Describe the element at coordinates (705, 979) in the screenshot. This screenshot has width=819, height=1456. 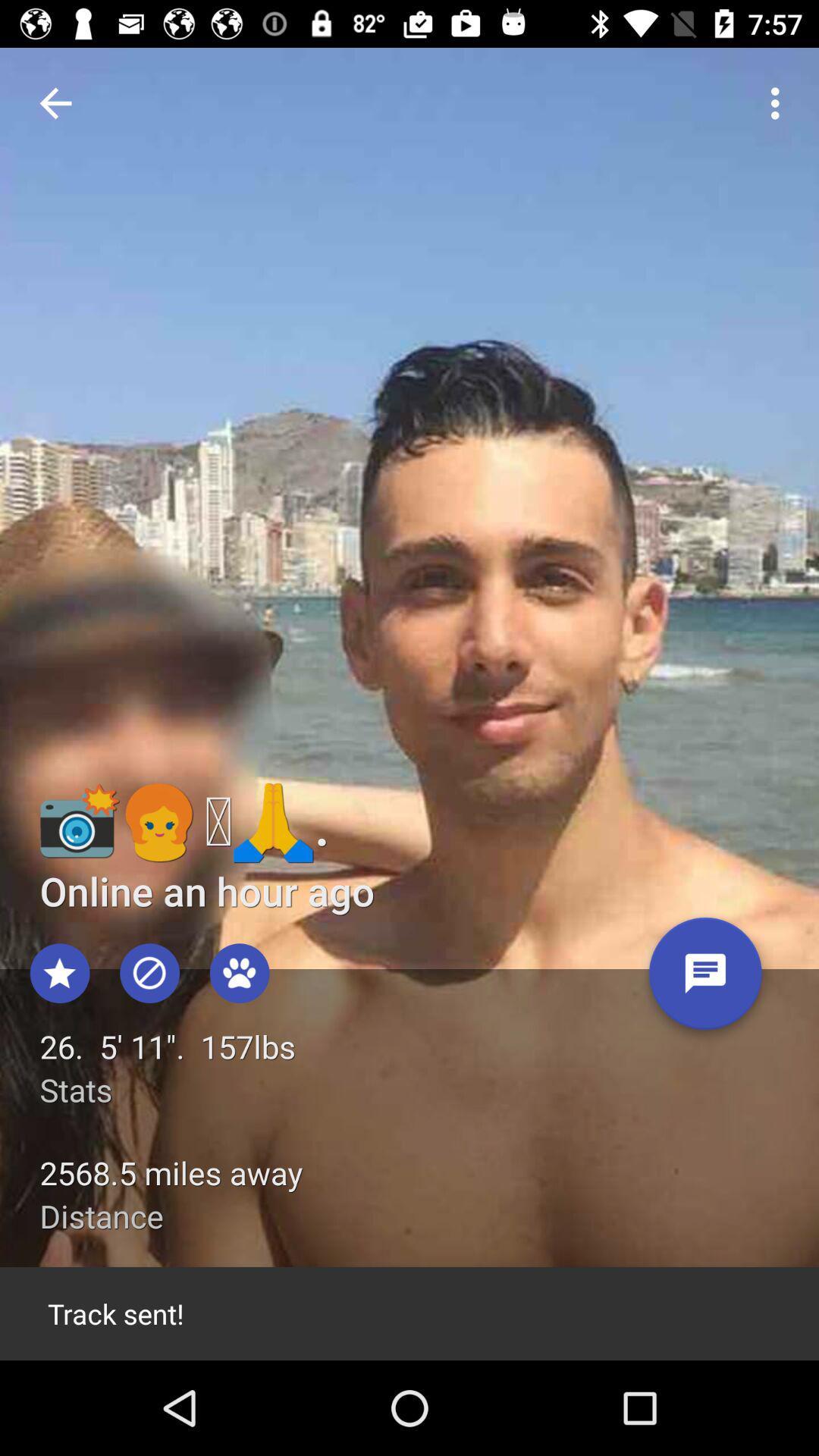
I see `the chat icon` at that location.